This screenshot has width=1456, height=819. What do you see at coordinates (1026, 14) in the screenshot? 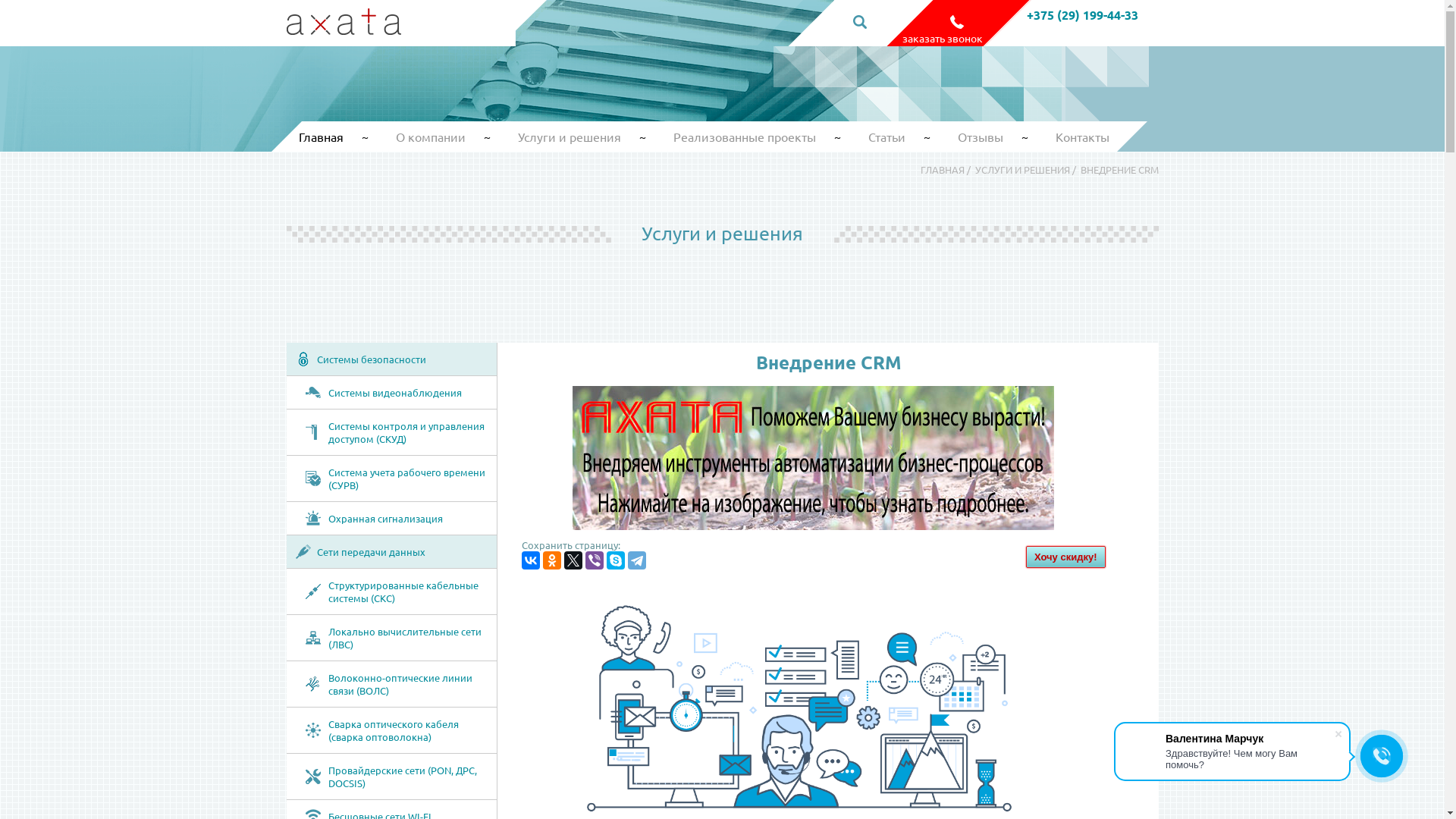
I see `'+375 (29) 199-44-33'` at bounding box center [1026, 14].